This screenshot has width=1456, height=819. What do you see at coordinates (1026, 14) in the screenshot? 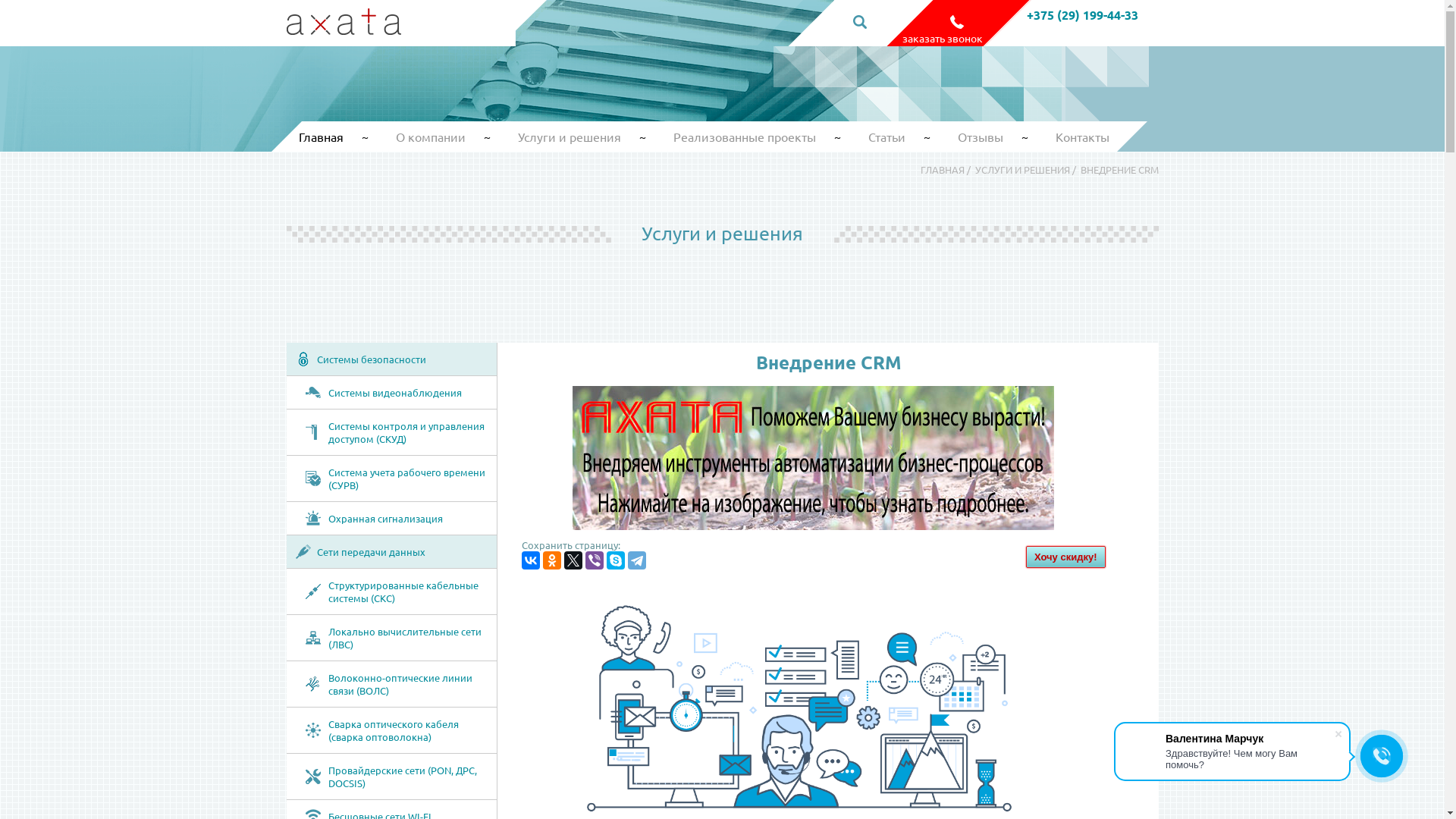
I see `'+375 (29) 199-44-33'` at bounding box center [1026, 14].